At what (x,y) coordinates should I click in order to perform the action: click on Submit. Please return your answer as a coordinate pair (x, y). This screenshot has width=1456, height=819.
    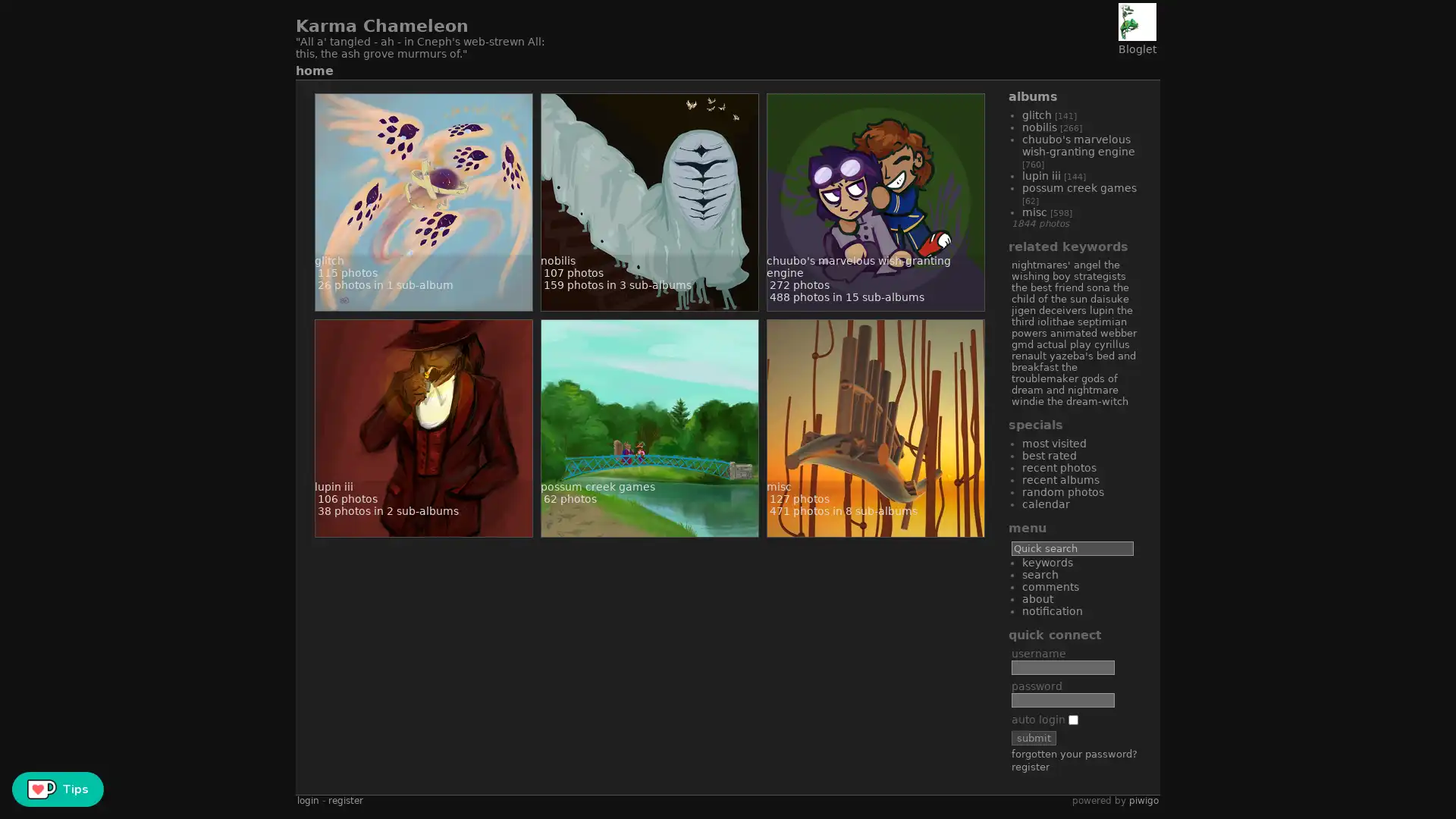
    Looking at the image, I should click on (1033, 737).